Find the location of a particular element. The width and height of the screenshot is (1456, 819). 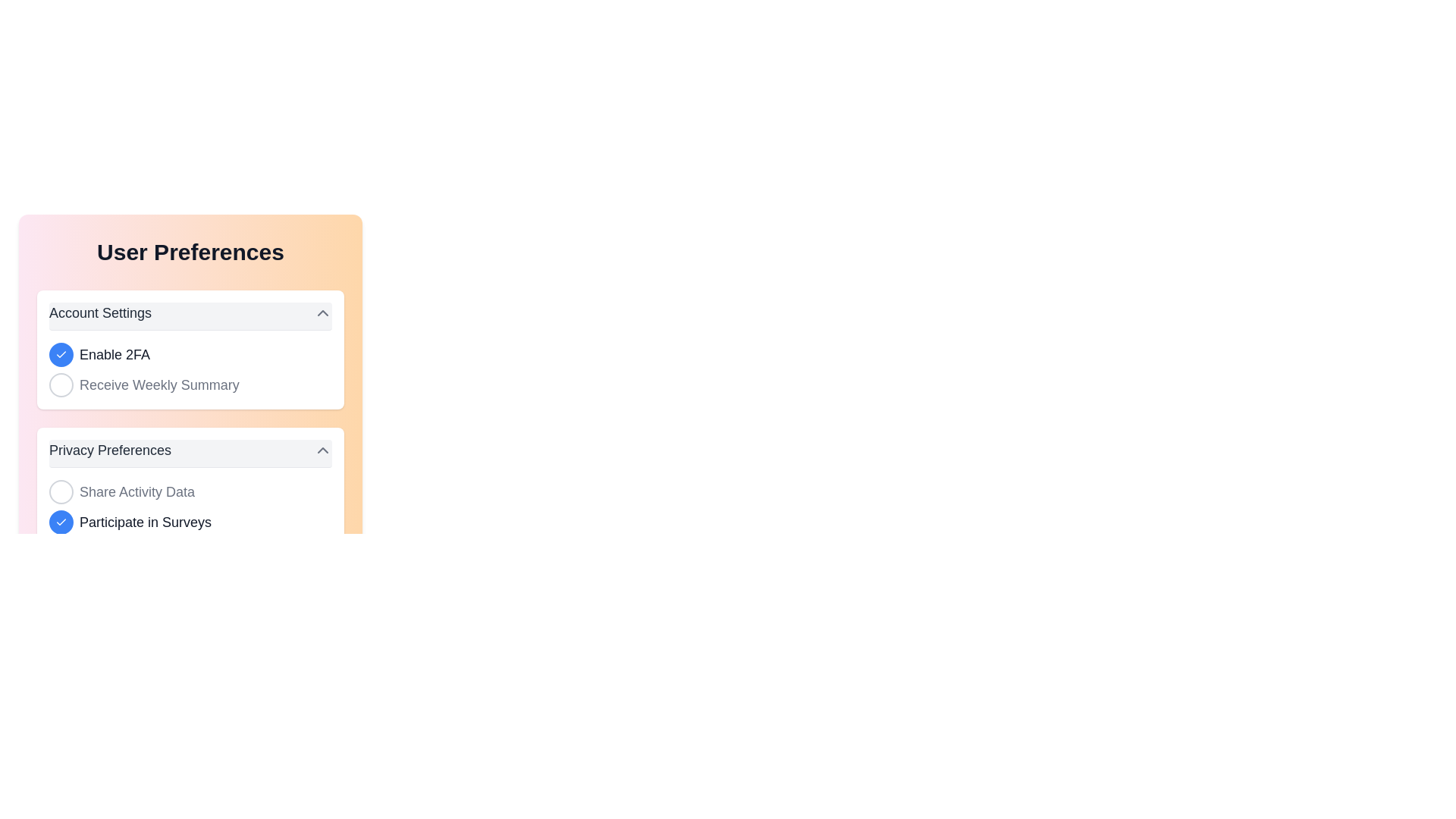

the unfilled circular checkbox labeled 'Share Activity Data' located in the 'Privacy Preferences' section is located at coordinates (190, 491).